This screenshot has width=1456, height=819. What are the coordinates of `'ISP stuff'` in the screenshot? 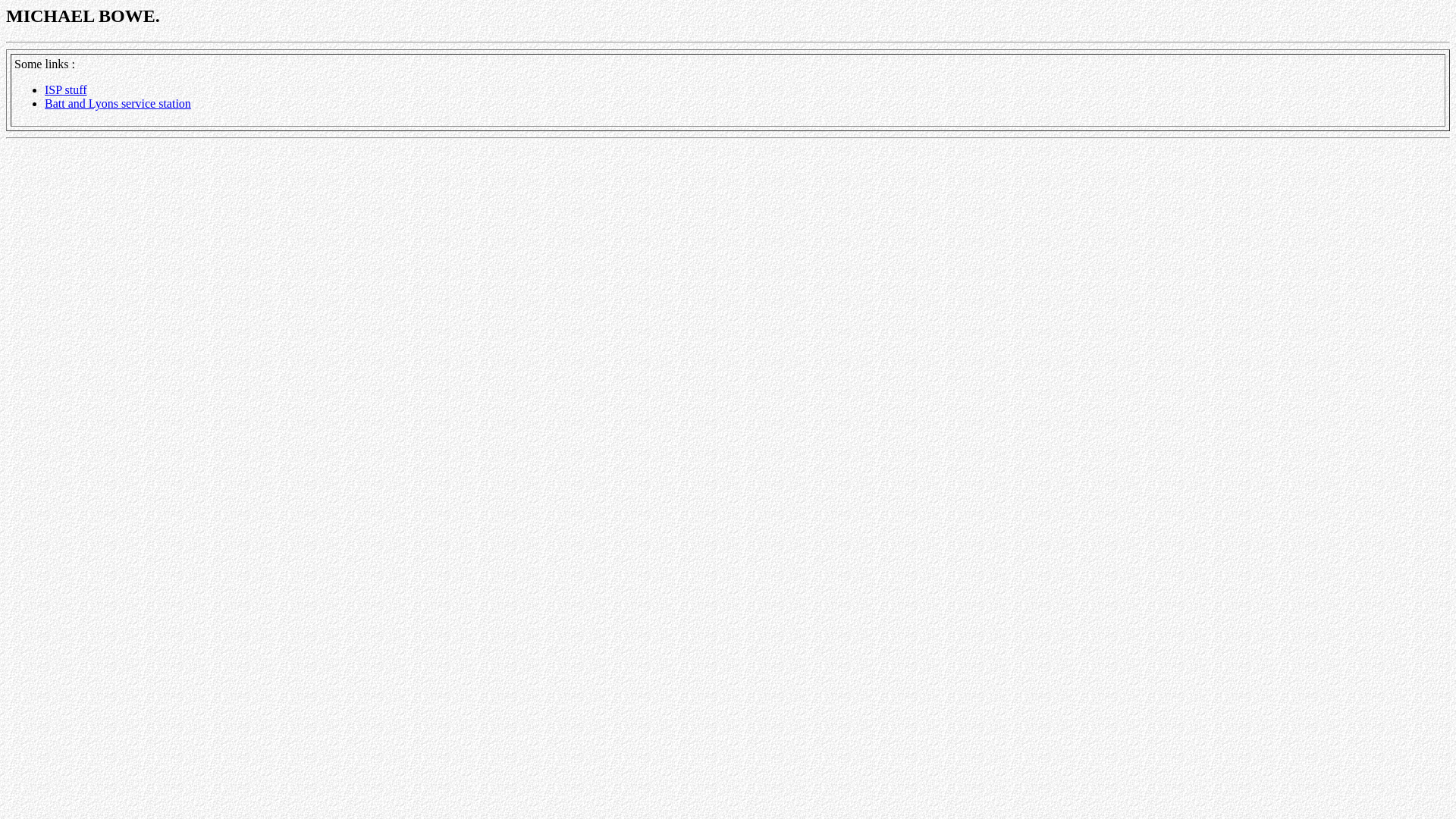 It's located at (64, 89).